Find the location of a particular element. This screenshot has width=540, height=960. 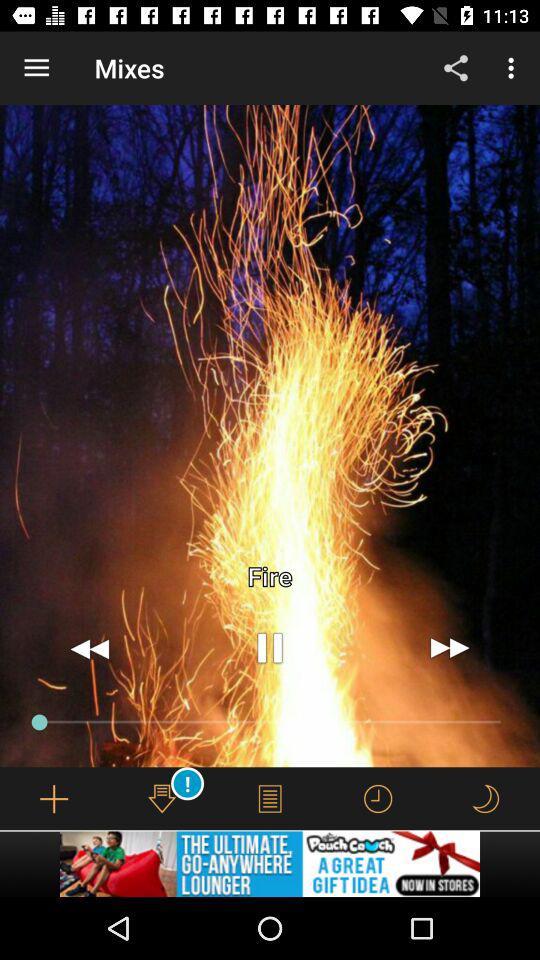

check time is located at coordinates (378, 798).